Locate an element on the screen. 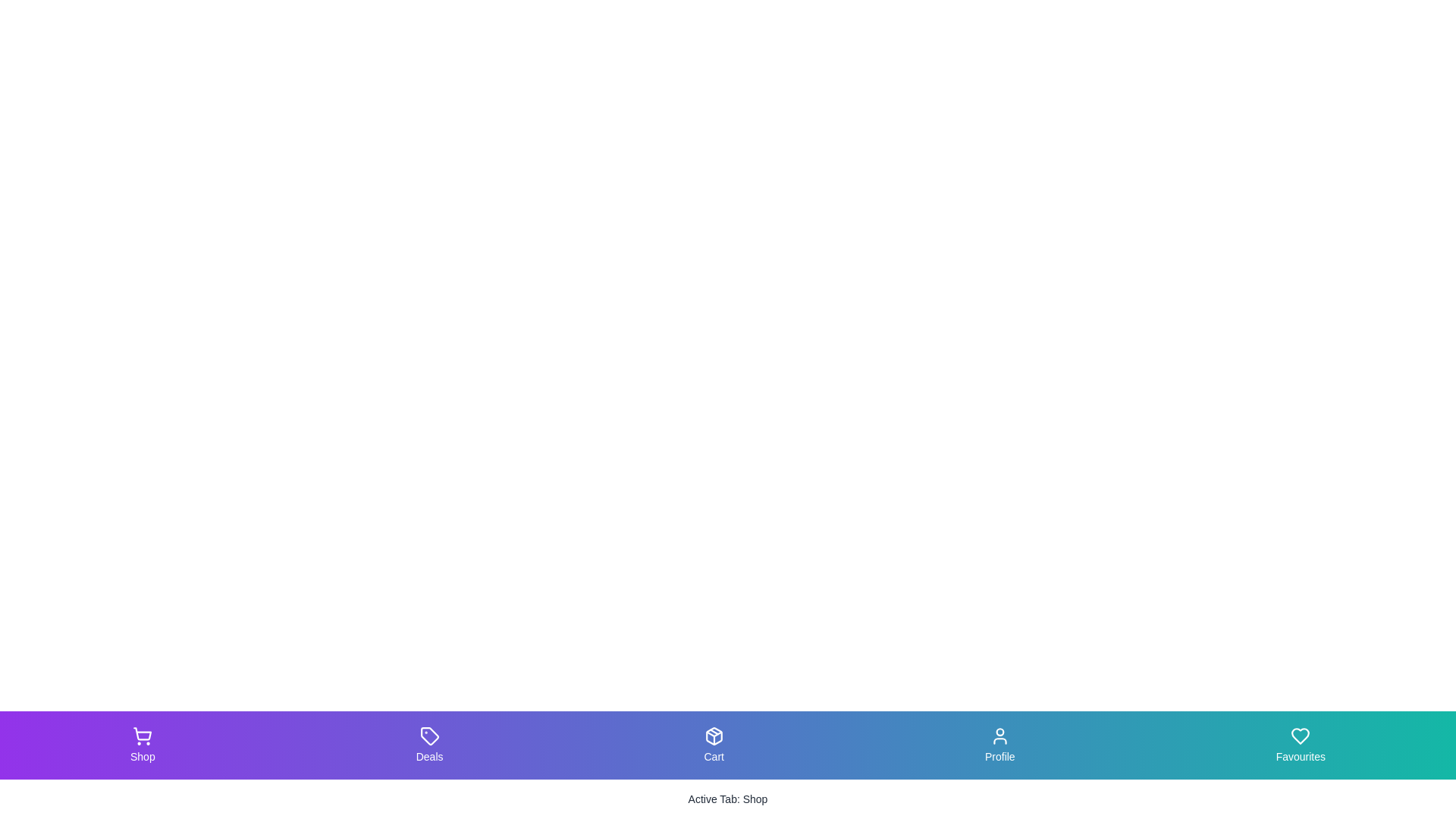 This screenshot has height=819, width=1456. the Deals tab in the bottom navigation bar to navigate to its respective section is located at coordinates (428, 745).